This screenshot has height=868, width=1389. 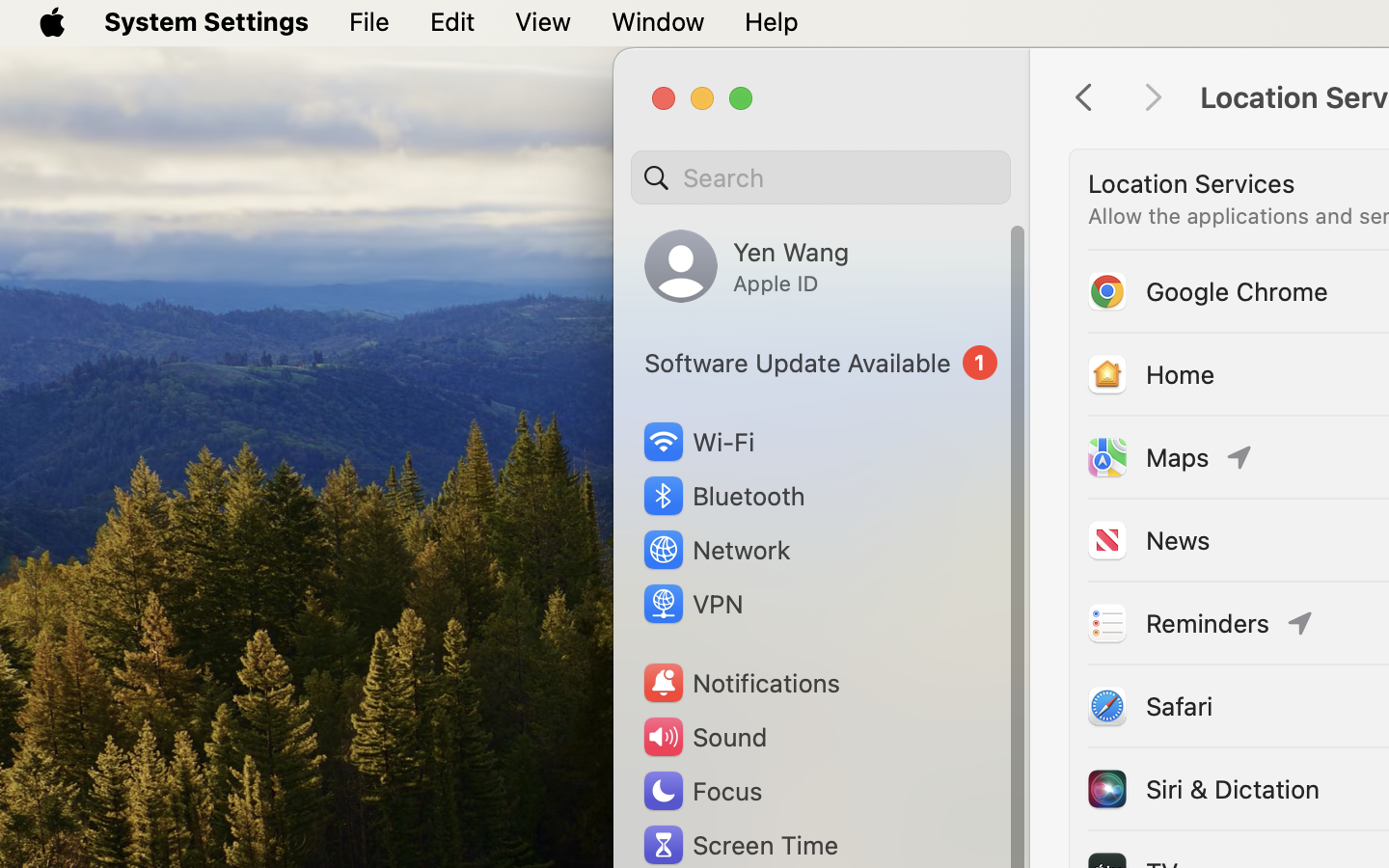 I want to click on 'Home', so click(x=1150, y=373).